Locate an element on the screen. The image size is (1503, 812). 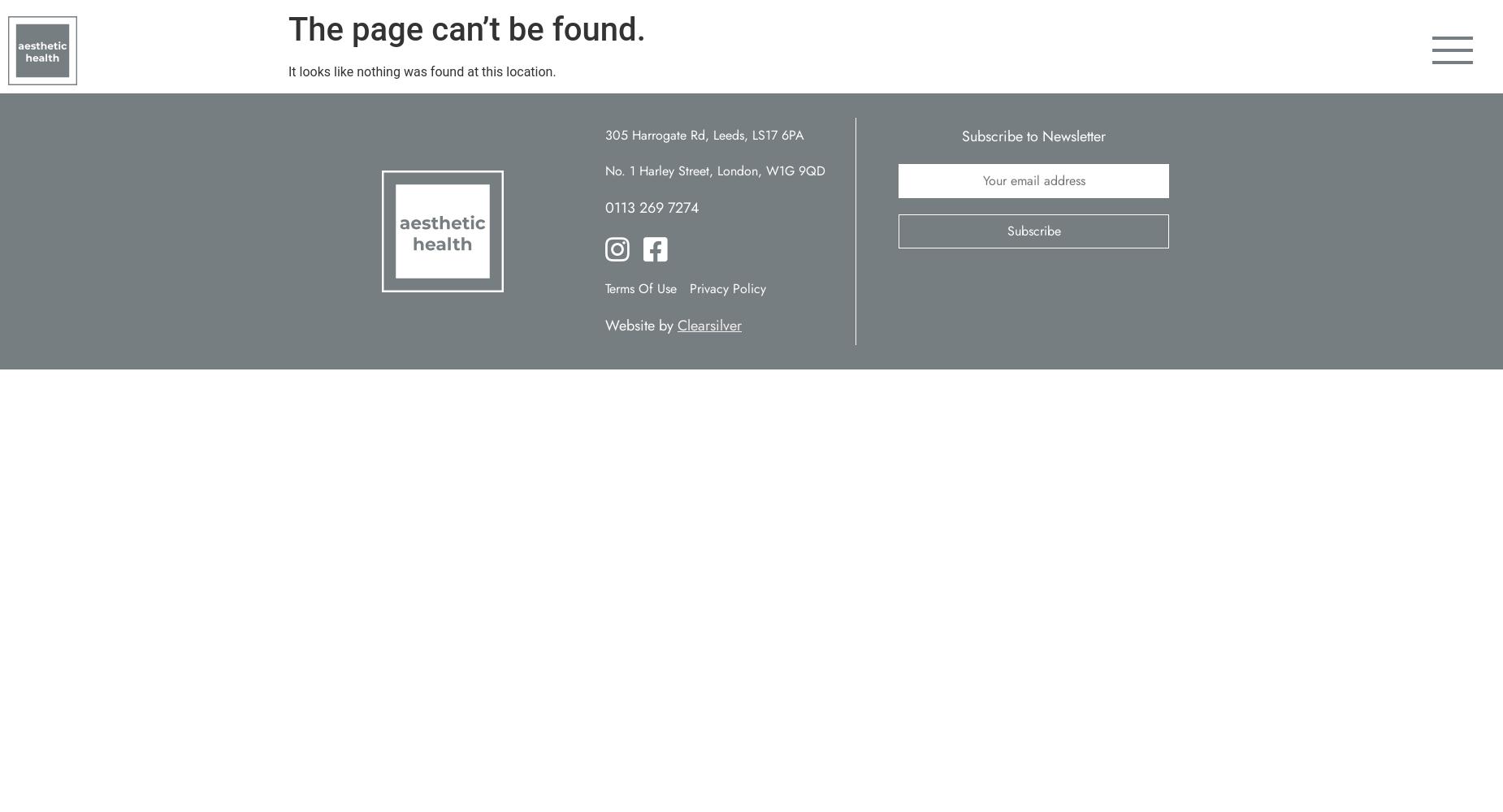
'305 Harrogate Rd, Leeds, LS17 6PA' is located at coordinates (704, 135).